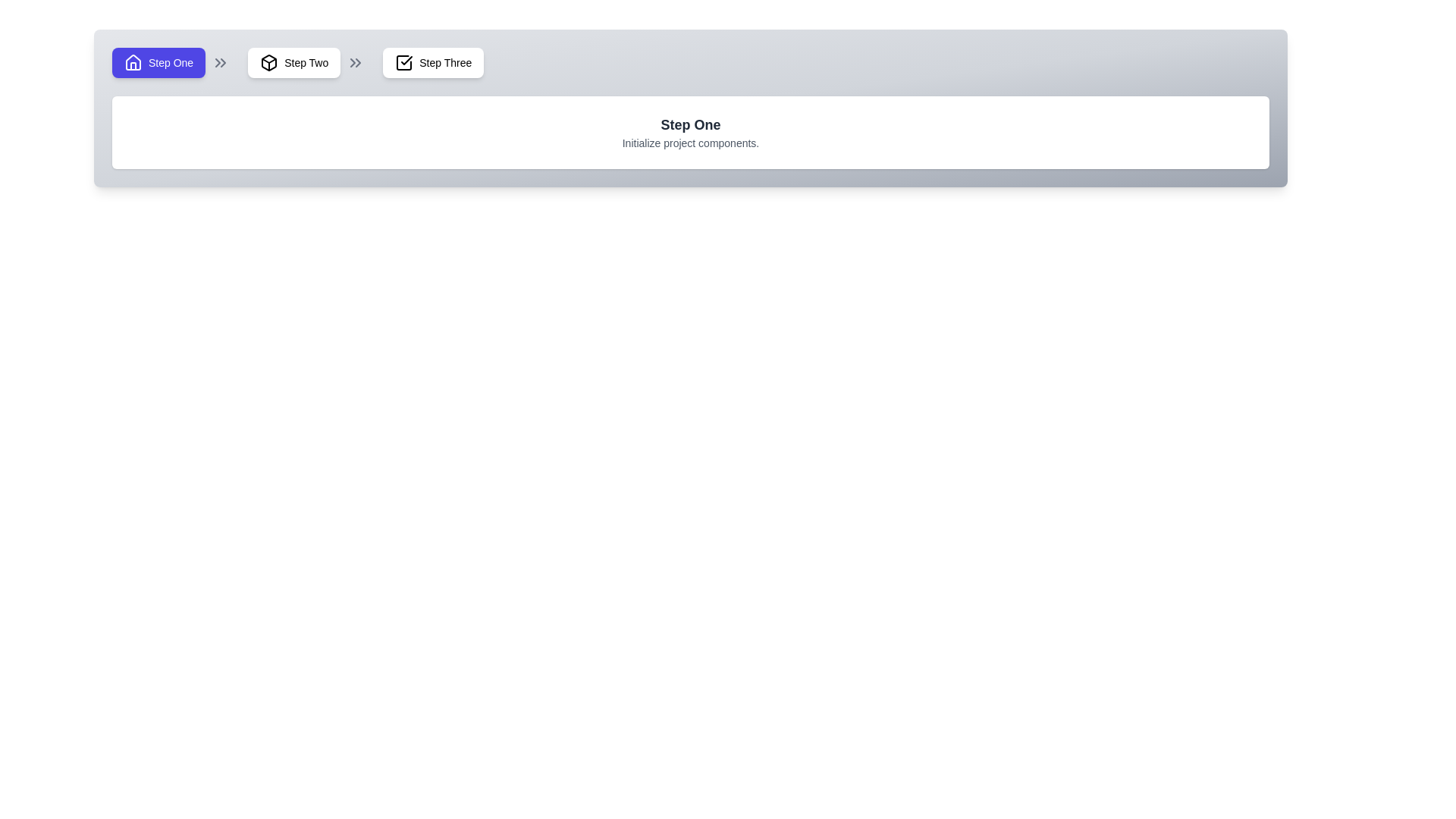 The width and height of the screenshot is (1456, 819). I want to click on the house icon with a circular blue background located to the left of the text 'Step One' in the navigation bar, so click(133, 62).